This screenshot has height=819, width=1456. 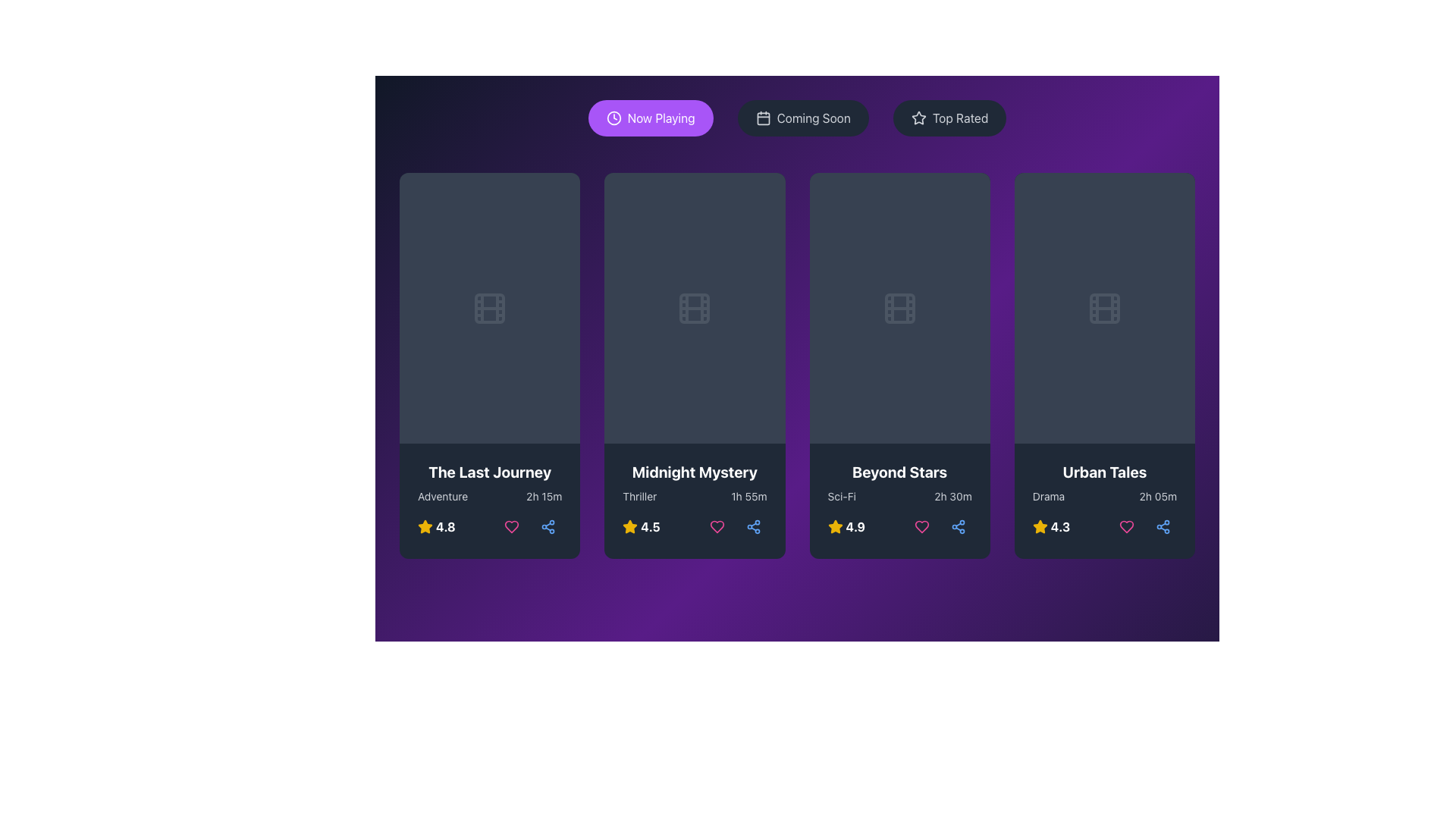 I want to click on the text label displaying the rating '4.3' next to the yellow star icon in the fourth card of the horizontal layout for 'Urban Tales', so click(x=1059, y=526).